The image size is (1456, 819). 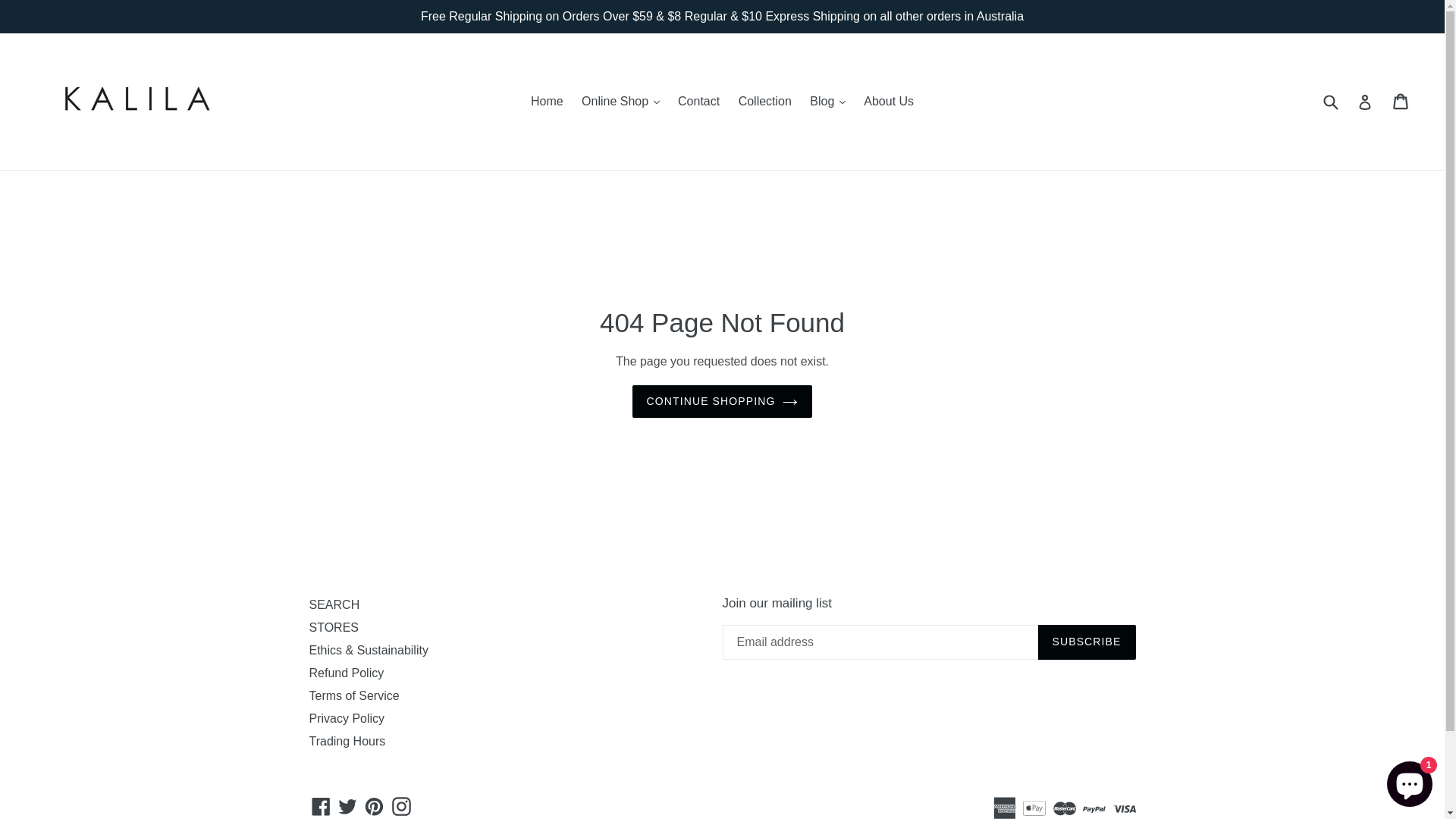 What do you see at coordinates (346, 672) in the screenshot?
I see `'Refund Policy'` at bounding box center [346, 672].